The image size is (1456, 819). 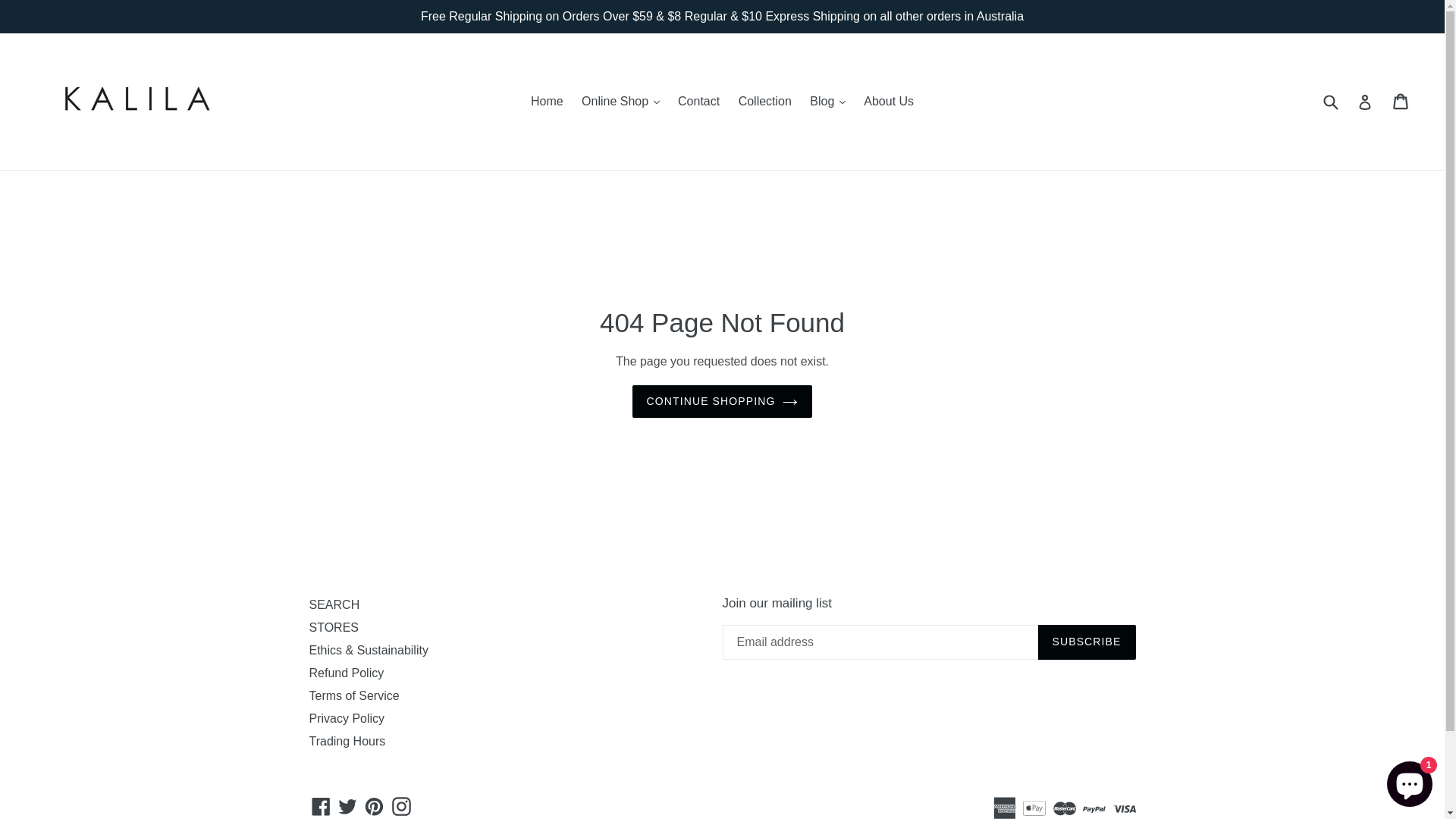 What do you see at coordinates (346, 672) in the screenshot?
I see `'Refund Policy'` at bounding box center [346, 672].